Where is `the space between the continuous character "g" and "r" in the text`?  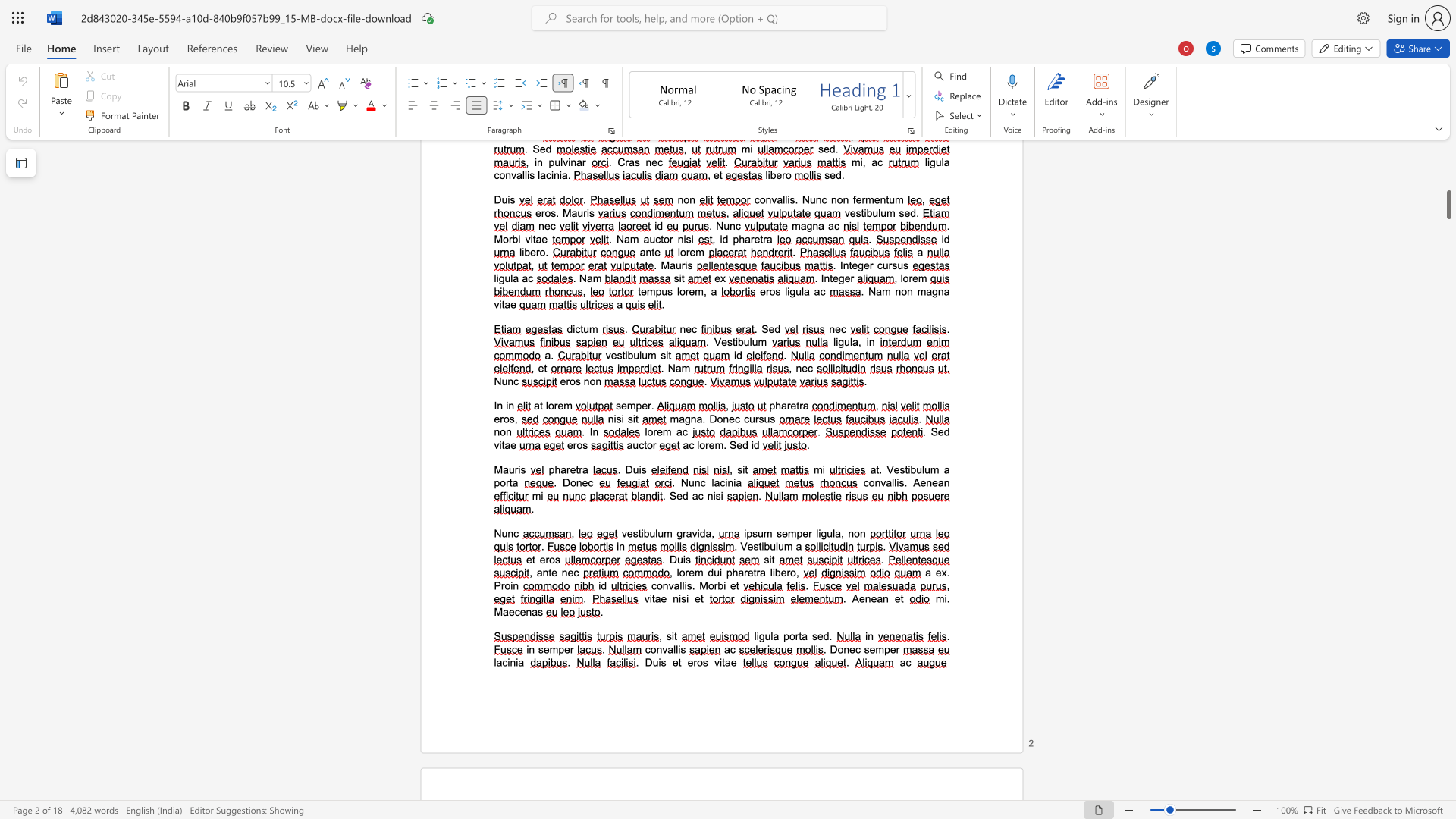 the space between the continuous character "g" and "r" in the text is located at coordinates (681, 532).